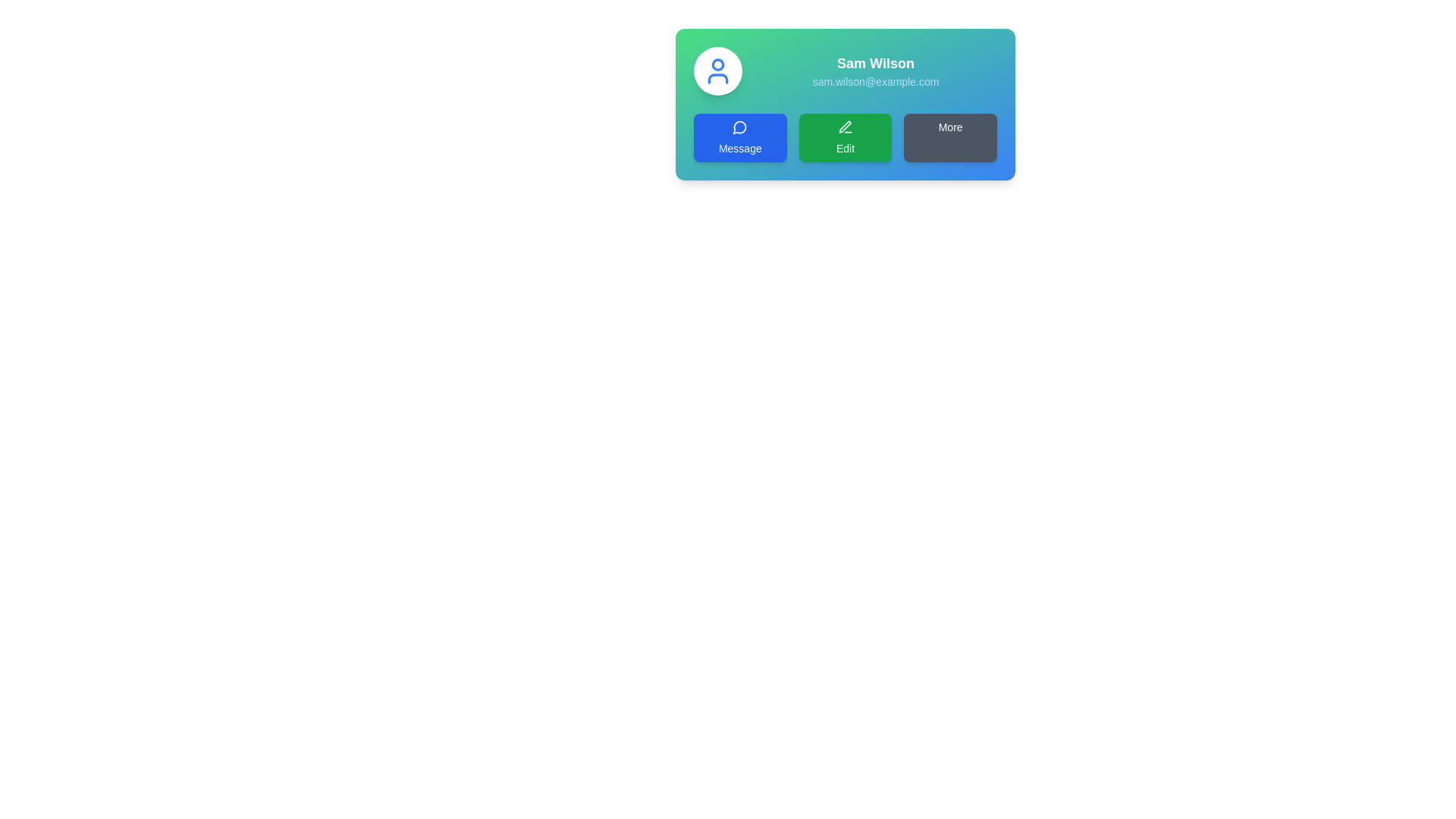 Image resolution: width=1456 pixels, height=819 pixels. Describe the element at coordinates (844, 137) in the screenshot. I see `the green 'Edit' button located between the 'Message' button and the 'More' button at the bottom of the user information card` at that location.